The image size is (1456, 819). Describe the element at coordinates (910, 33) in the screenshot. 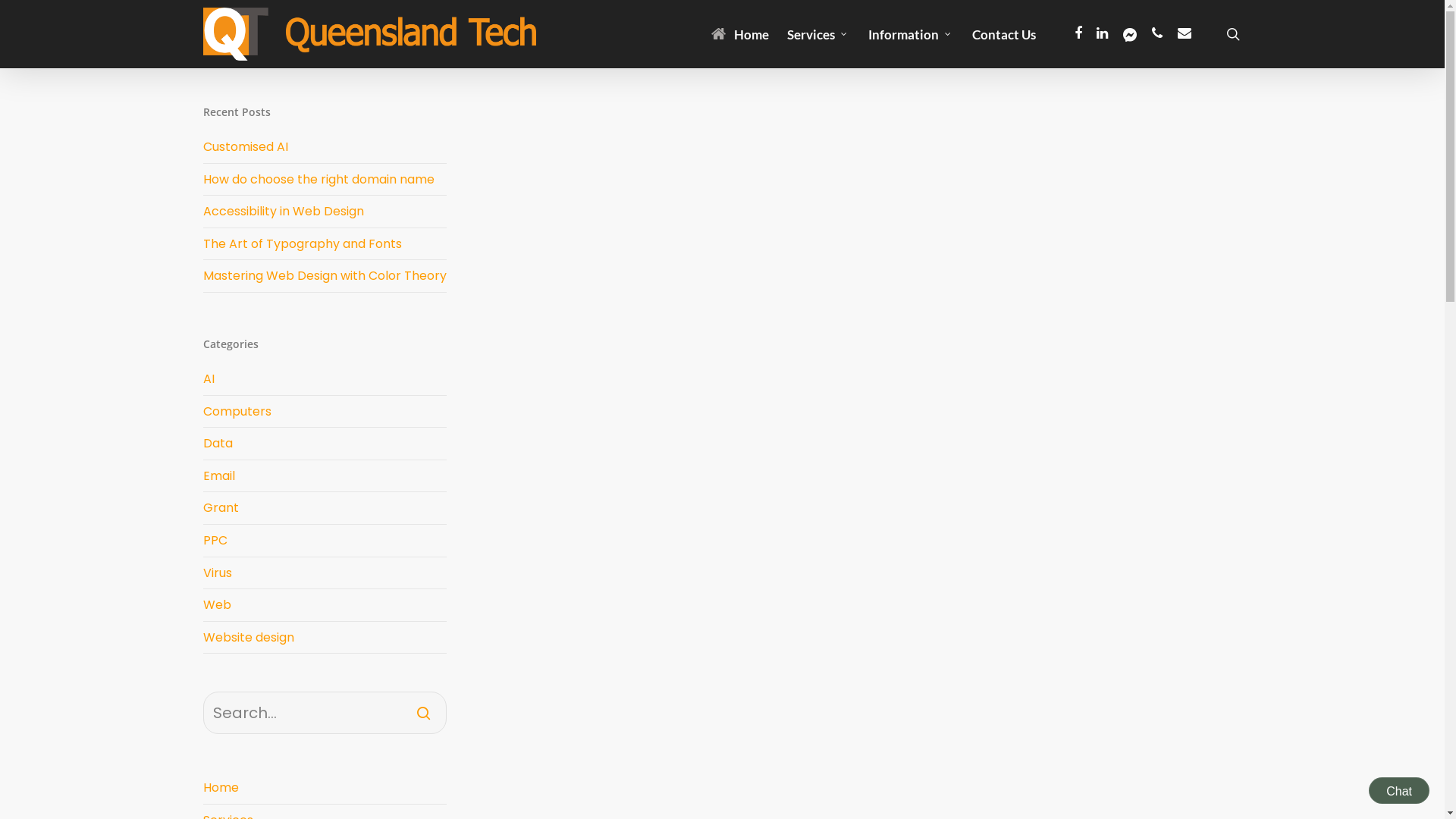

I see `'Information'` at that location.